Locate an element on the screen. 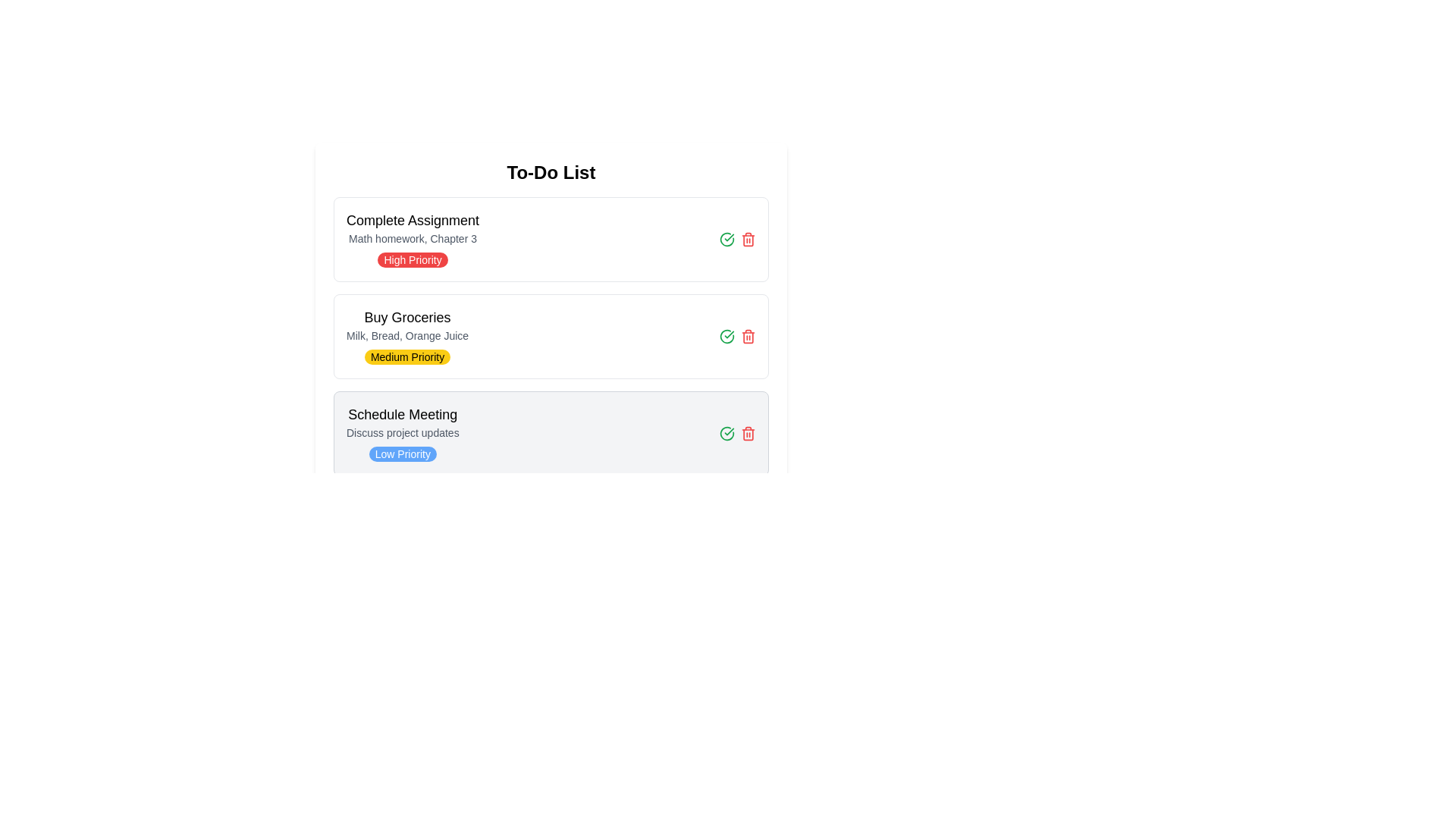  the text element displaying 'Discuss project updates', which is styled in gray and positioned below 'Schedule Meeting' and above 'Low Priority' is located at coordinates (403, 432).